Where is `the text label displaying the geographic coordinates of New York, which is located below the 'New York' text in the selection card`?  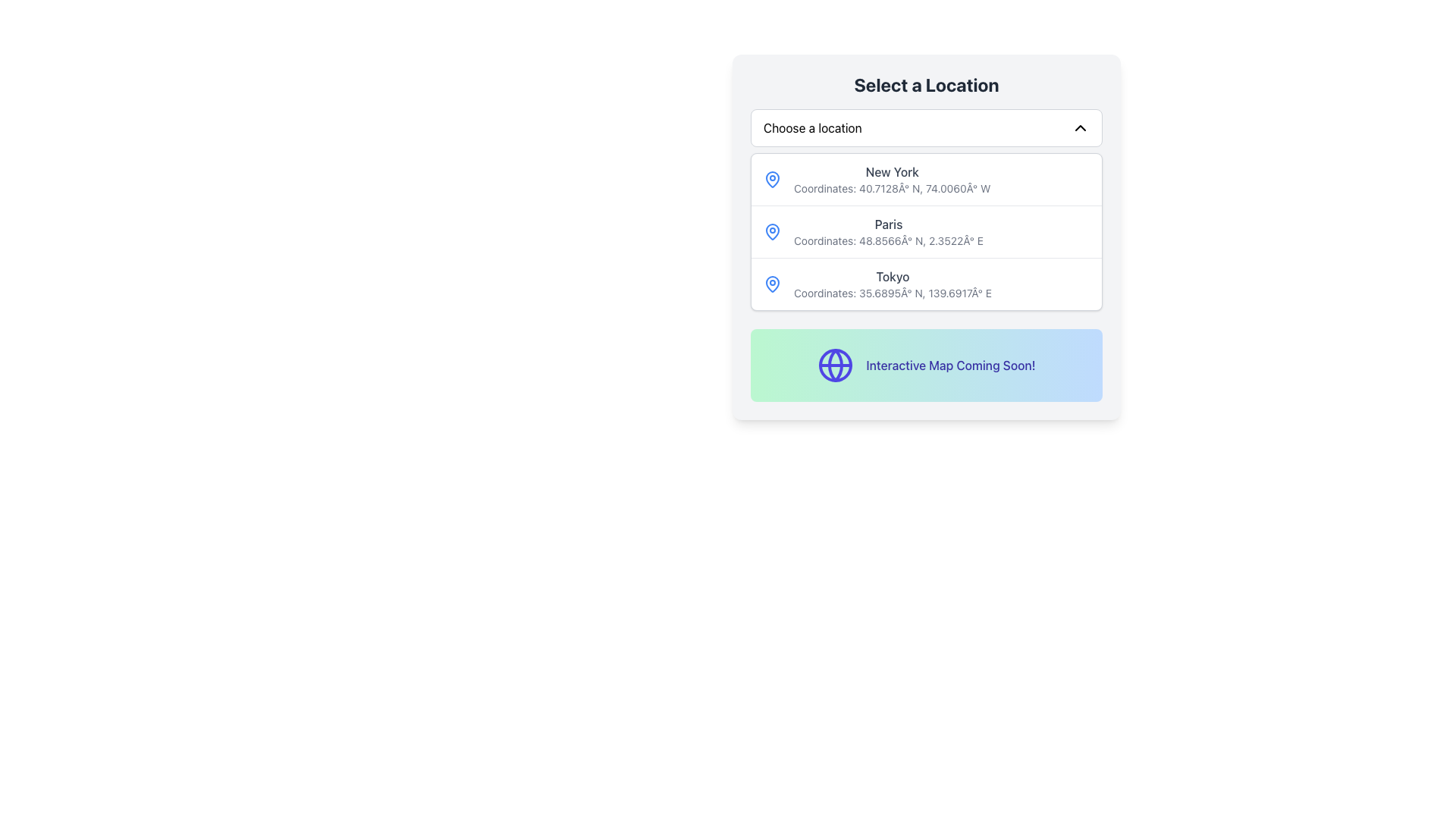 the text label displaying the geographic coordinates of New York, which is located below the 'New York' text in the selection card is located at coordinates (892, 188).